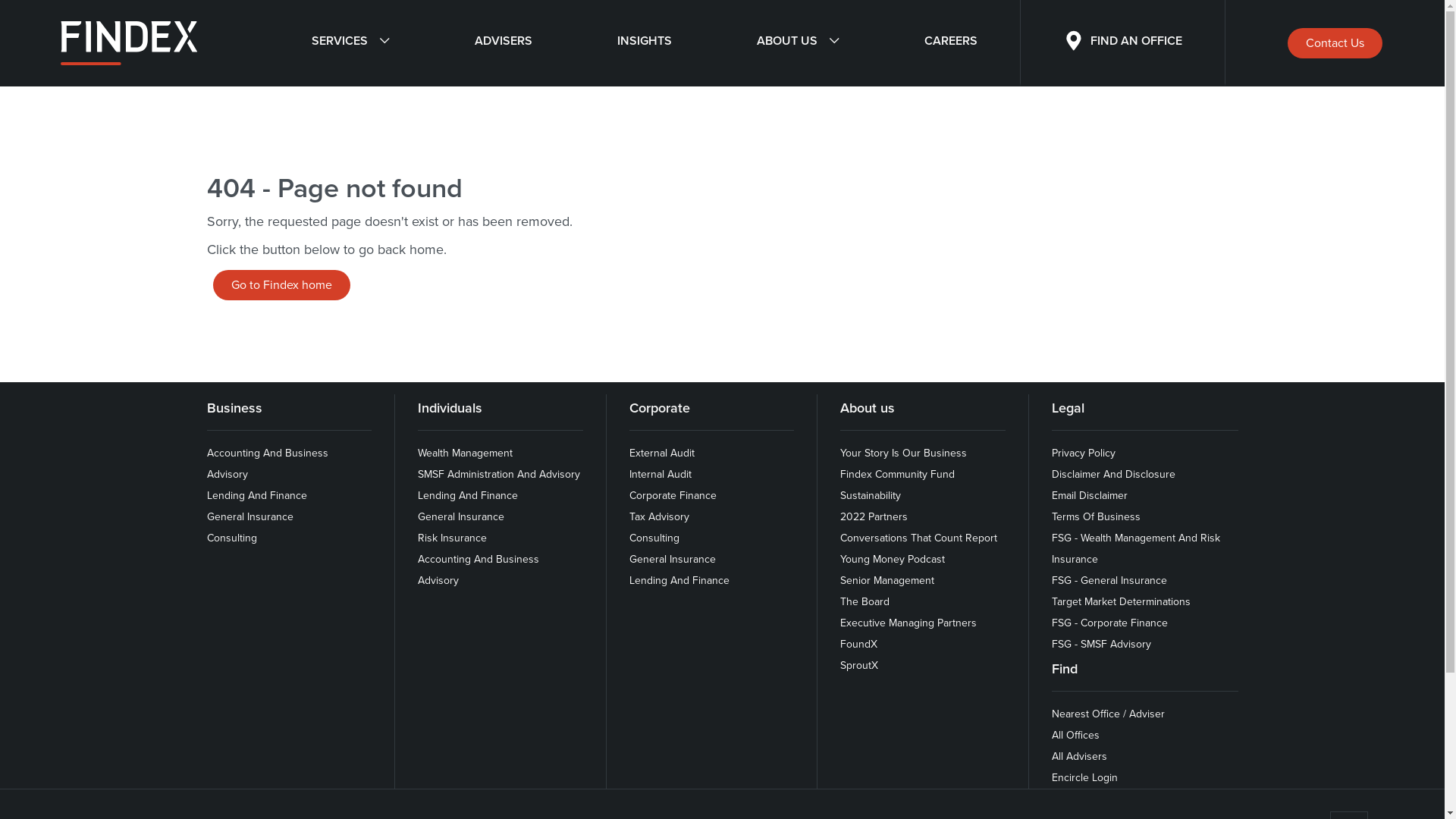  Describe the element at coordinates (464, 452) in the screenshot. I see `'Wealth Management'` at that location.